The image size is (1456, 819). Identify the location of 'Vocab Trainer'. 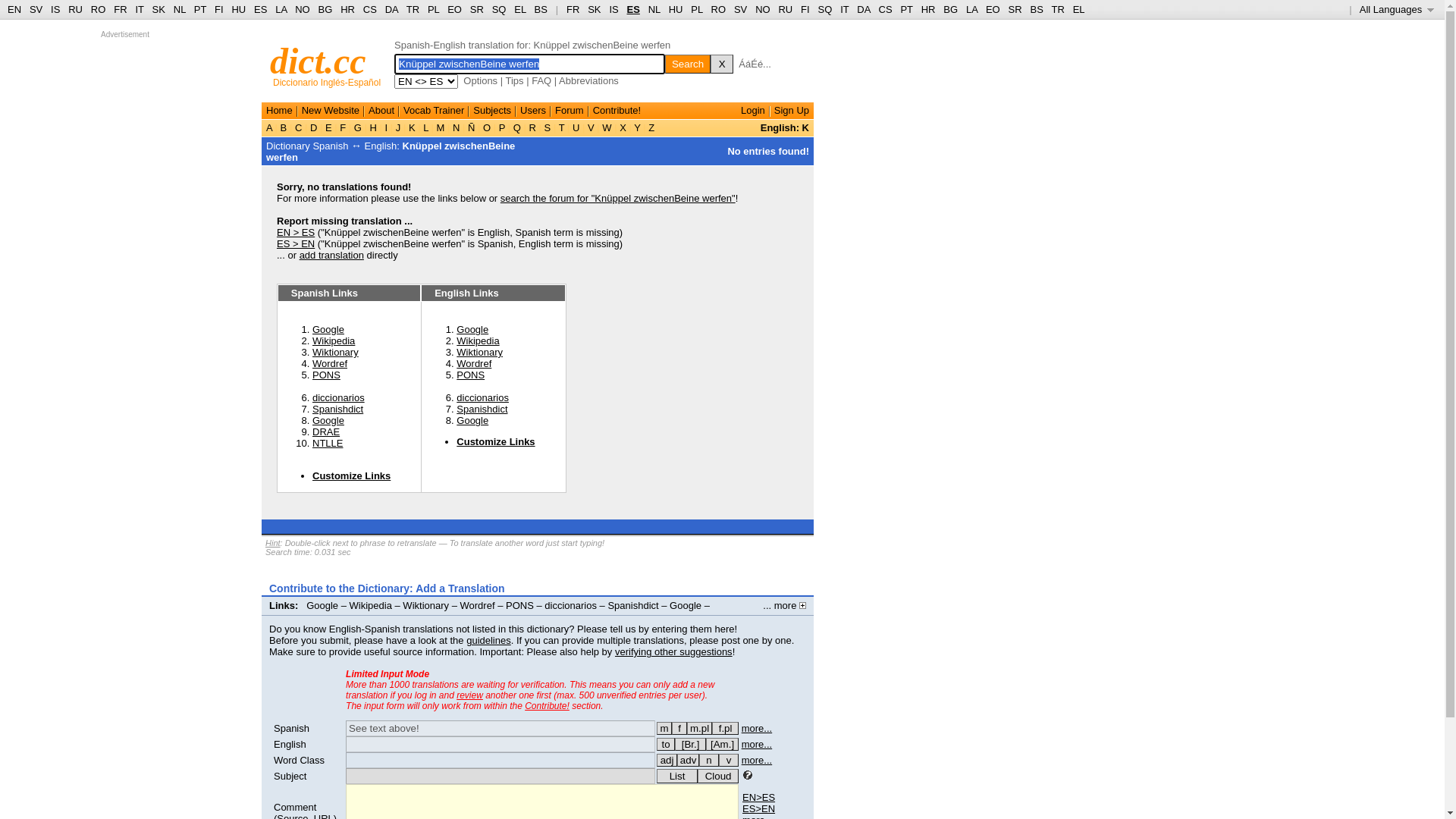
(403, 109).